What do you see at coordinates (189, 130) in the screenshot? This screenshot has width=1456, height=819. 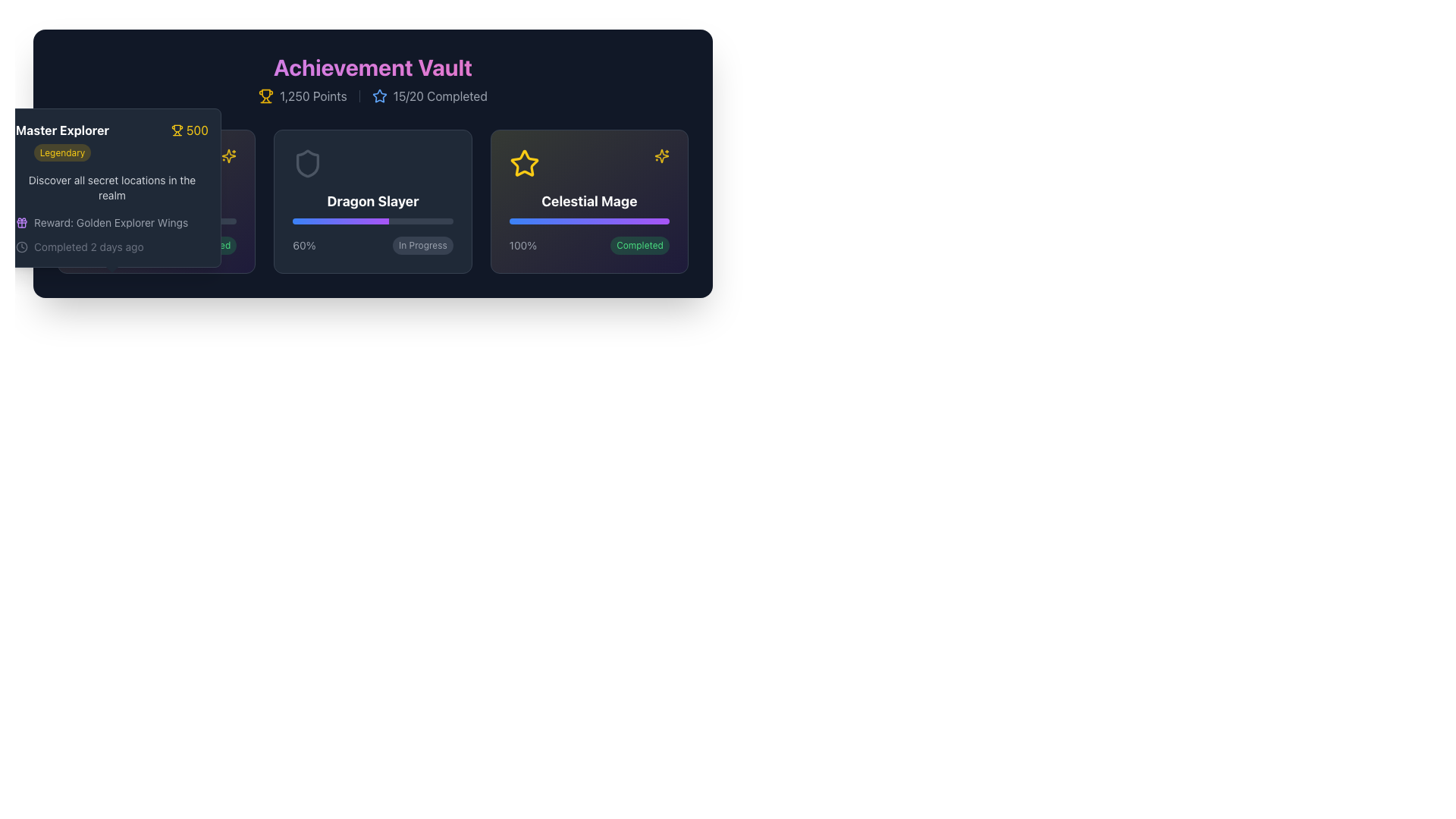 I see `the points indicator for the 'Master Explorer' achievement located in the top-right corner of the achievement card` at bounding box center [189, 130].